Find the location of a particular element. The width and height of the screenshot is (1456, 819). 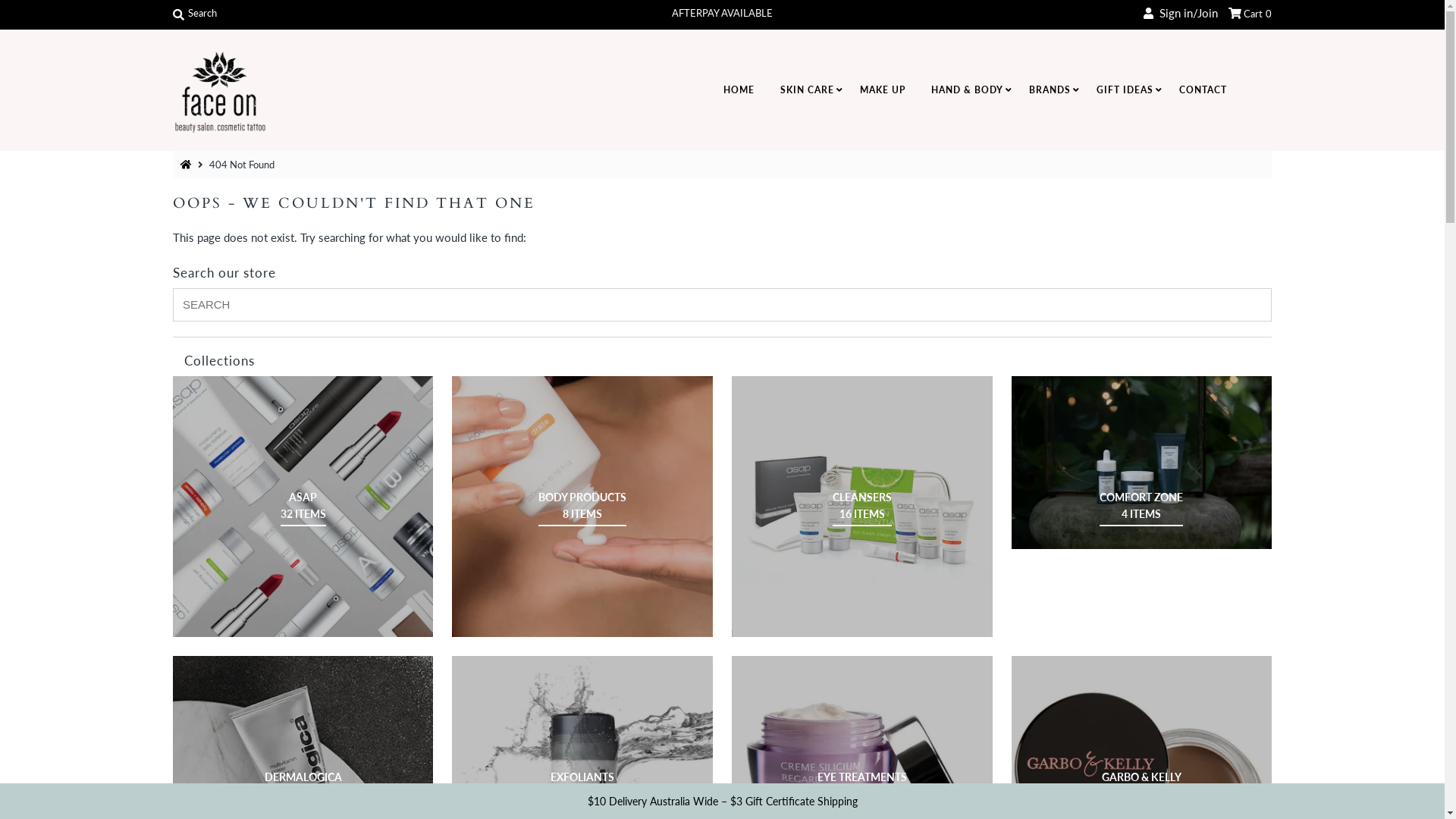

'GARBO & KELLY is located at coordinates (1141, 785).